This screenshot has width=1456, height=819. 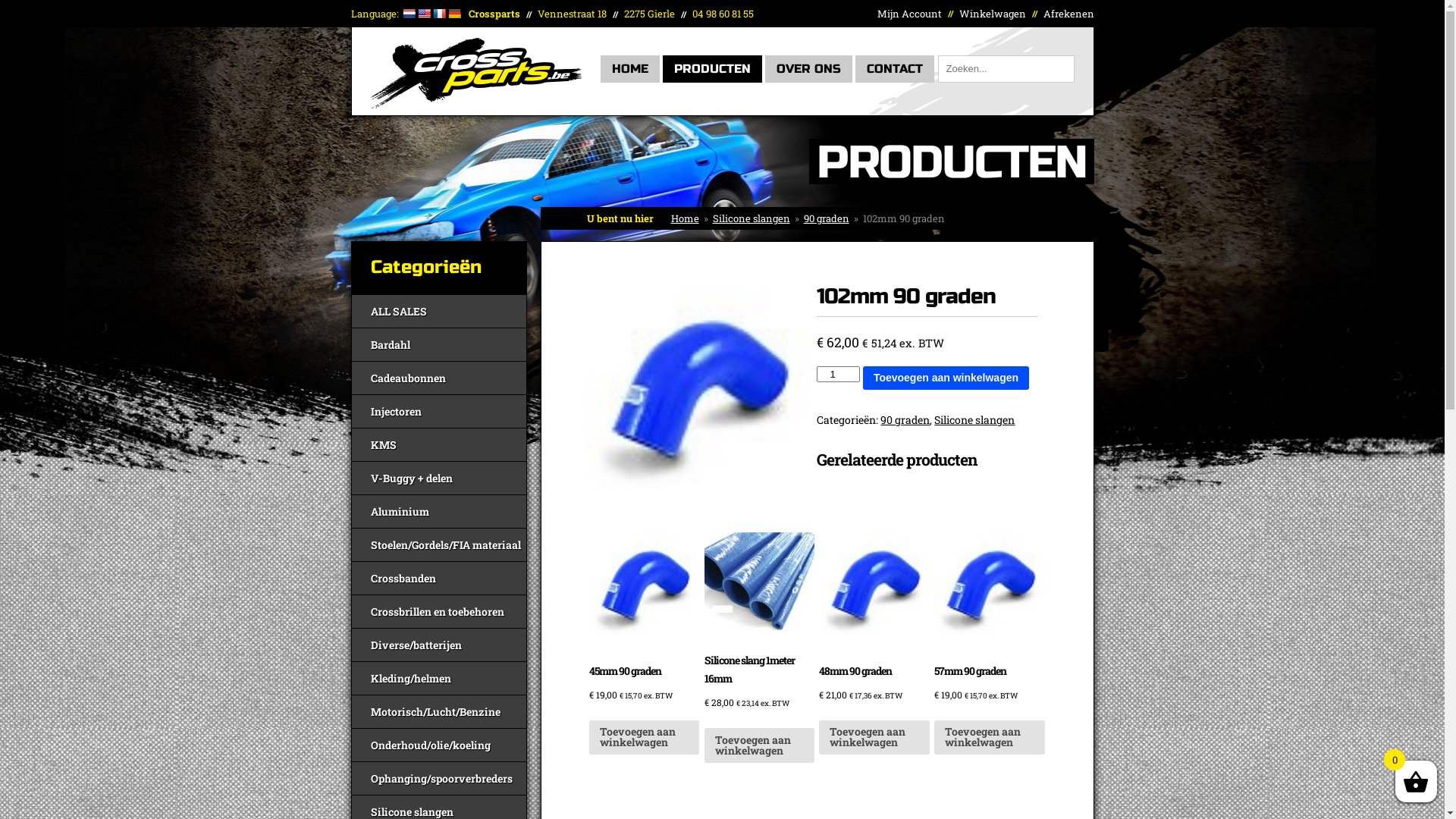 What do you see at coordinates (438, 411) in the screenshot?
I see `'Injectoren'` at bounding box center [438, 411].